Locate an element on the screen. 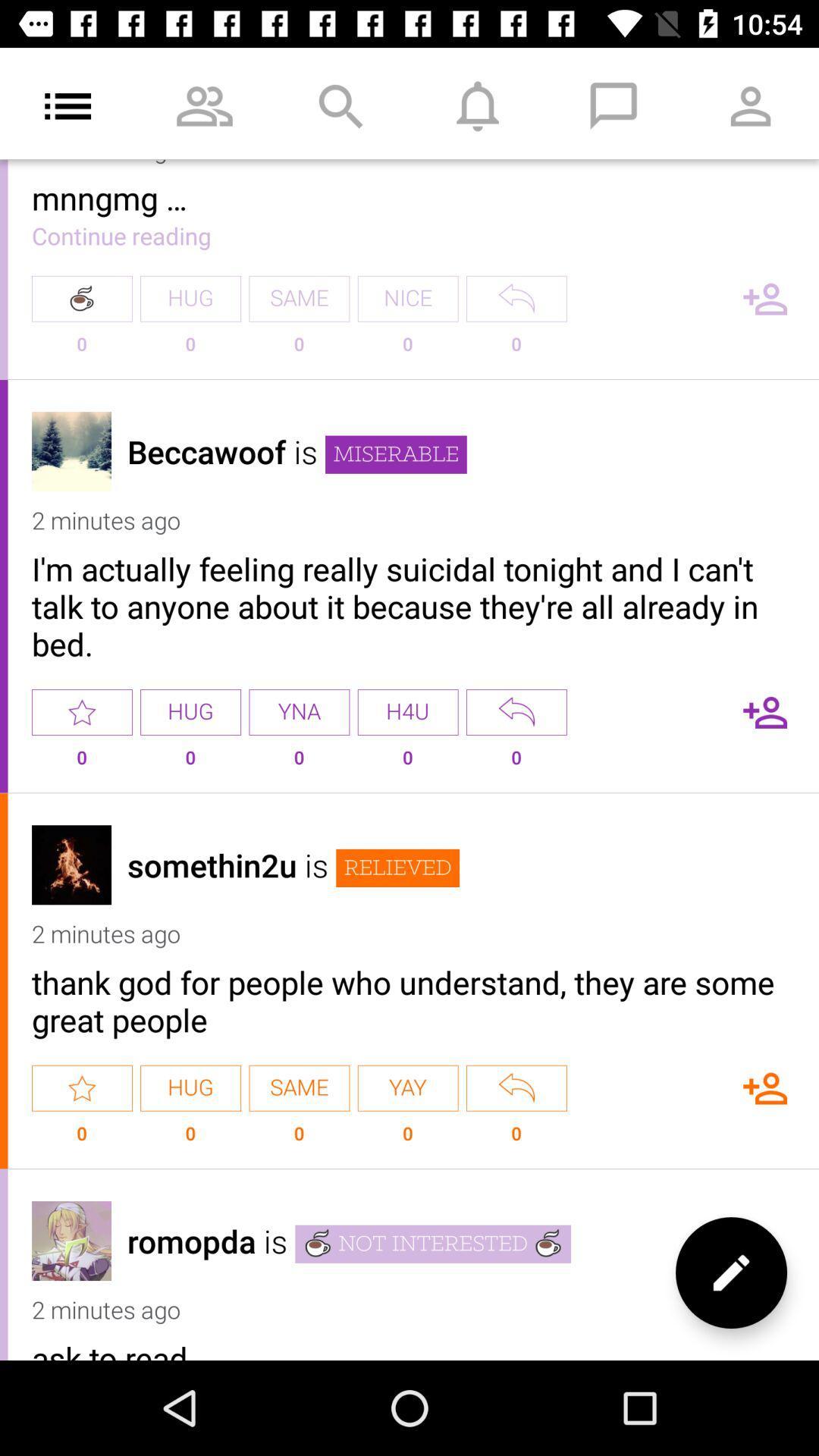 This screenshot has height=1456, width=819. as friend is located at coordinates (765, 1087).